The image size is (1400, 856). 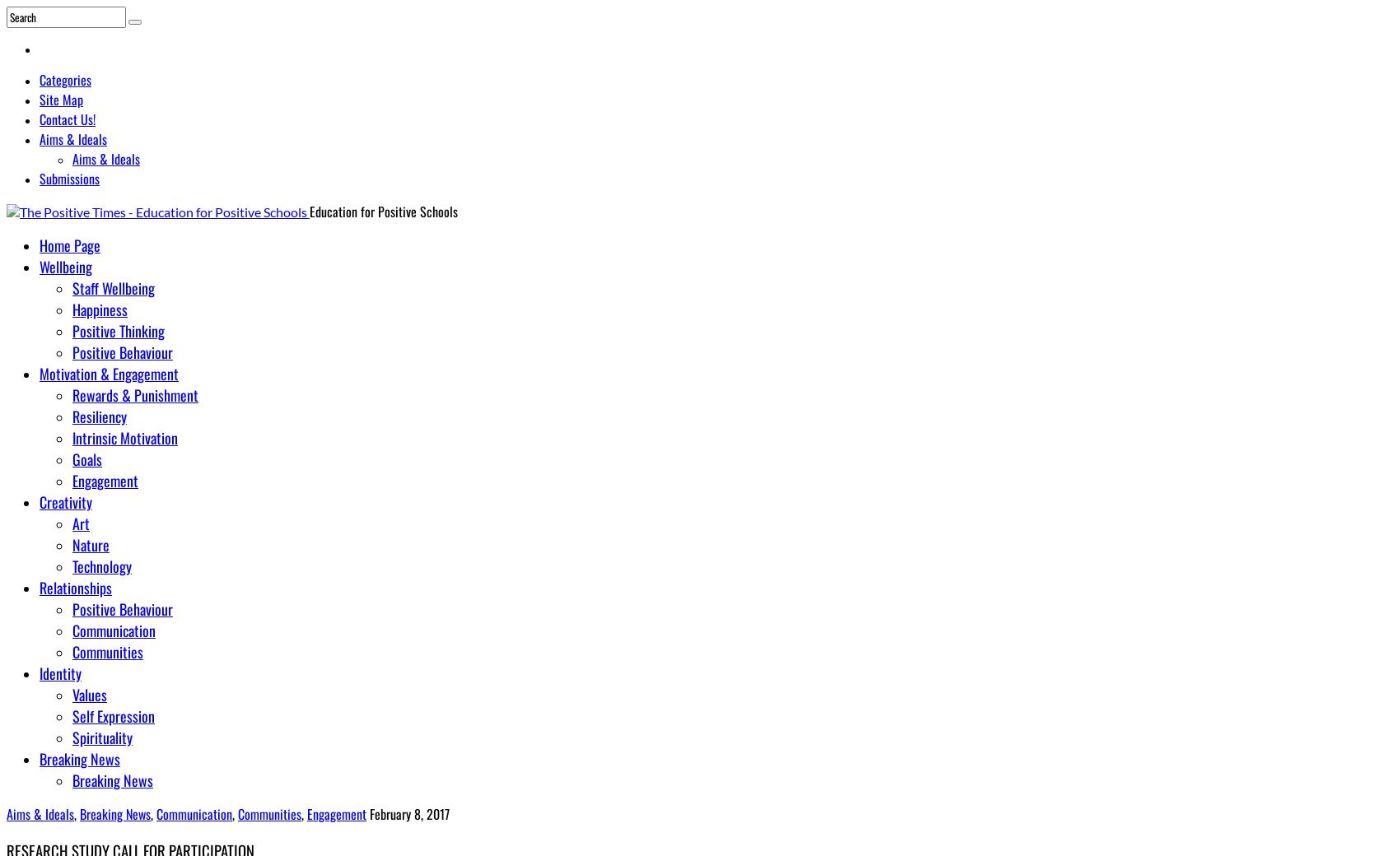 What do you see at coordinates (117, 330) in the screenshot?
I see `'Positive Thinking'` at bounding box center [117, 330].